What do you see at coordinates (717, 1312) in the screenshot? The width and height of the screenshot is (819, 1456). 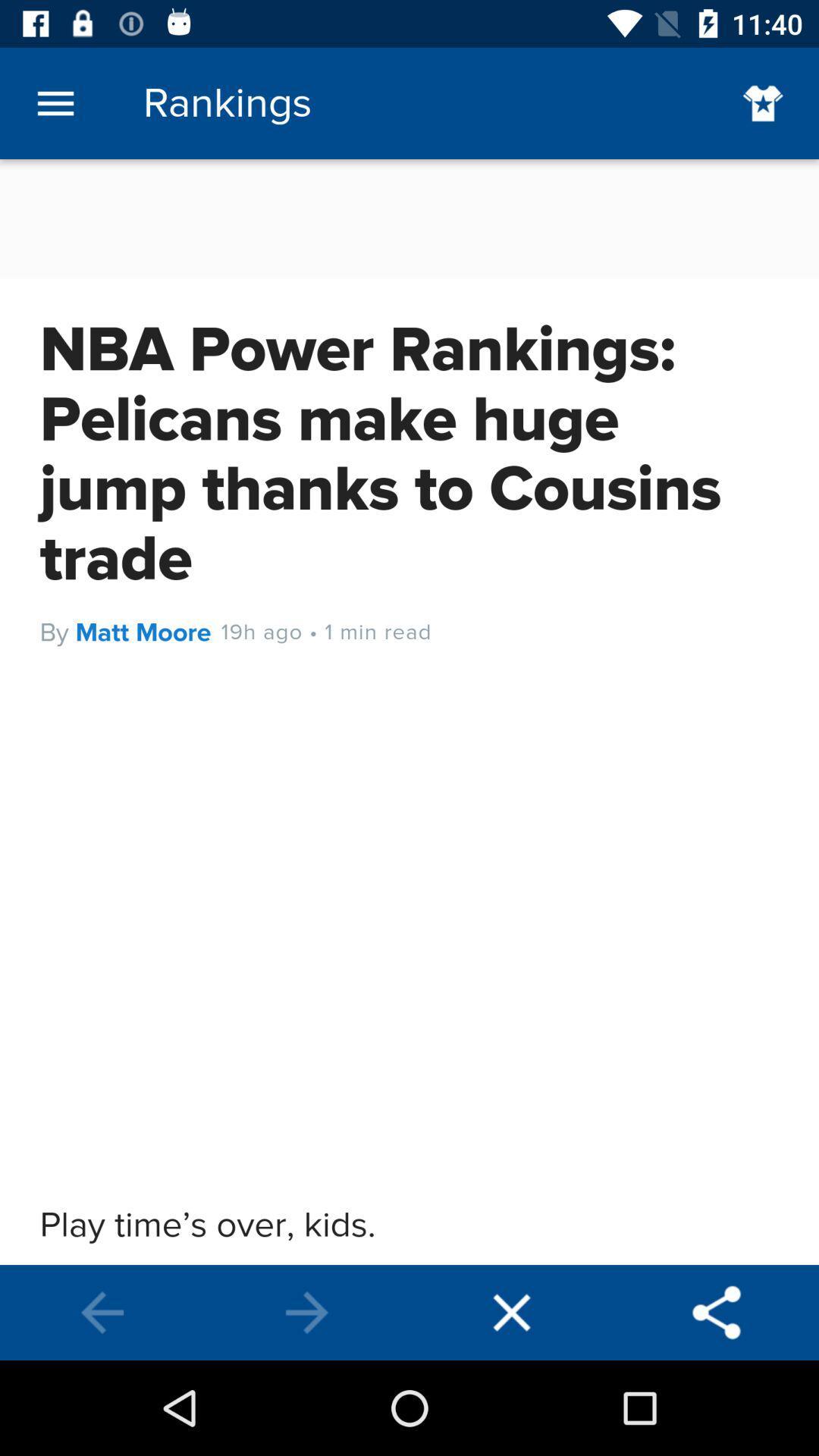 I see `share the article` at bounding box center [717, 1312].